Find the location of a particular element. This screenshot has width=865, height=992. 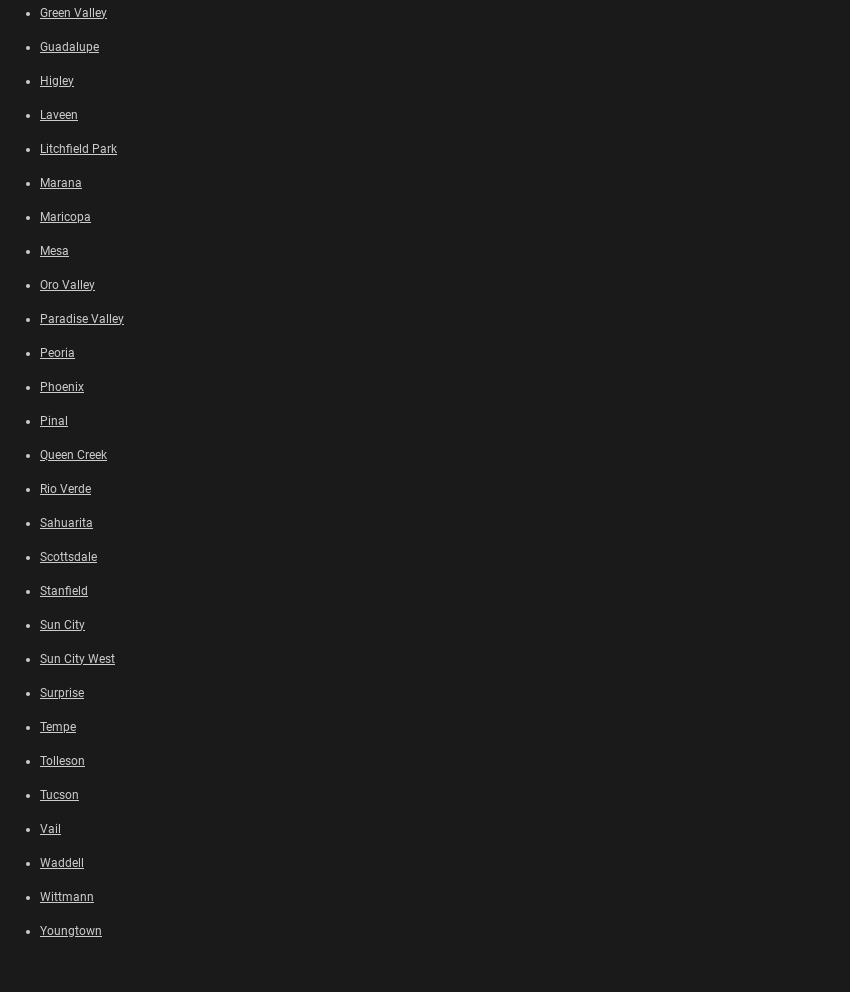

'Youngtown' is located at coordinates (39, 929).